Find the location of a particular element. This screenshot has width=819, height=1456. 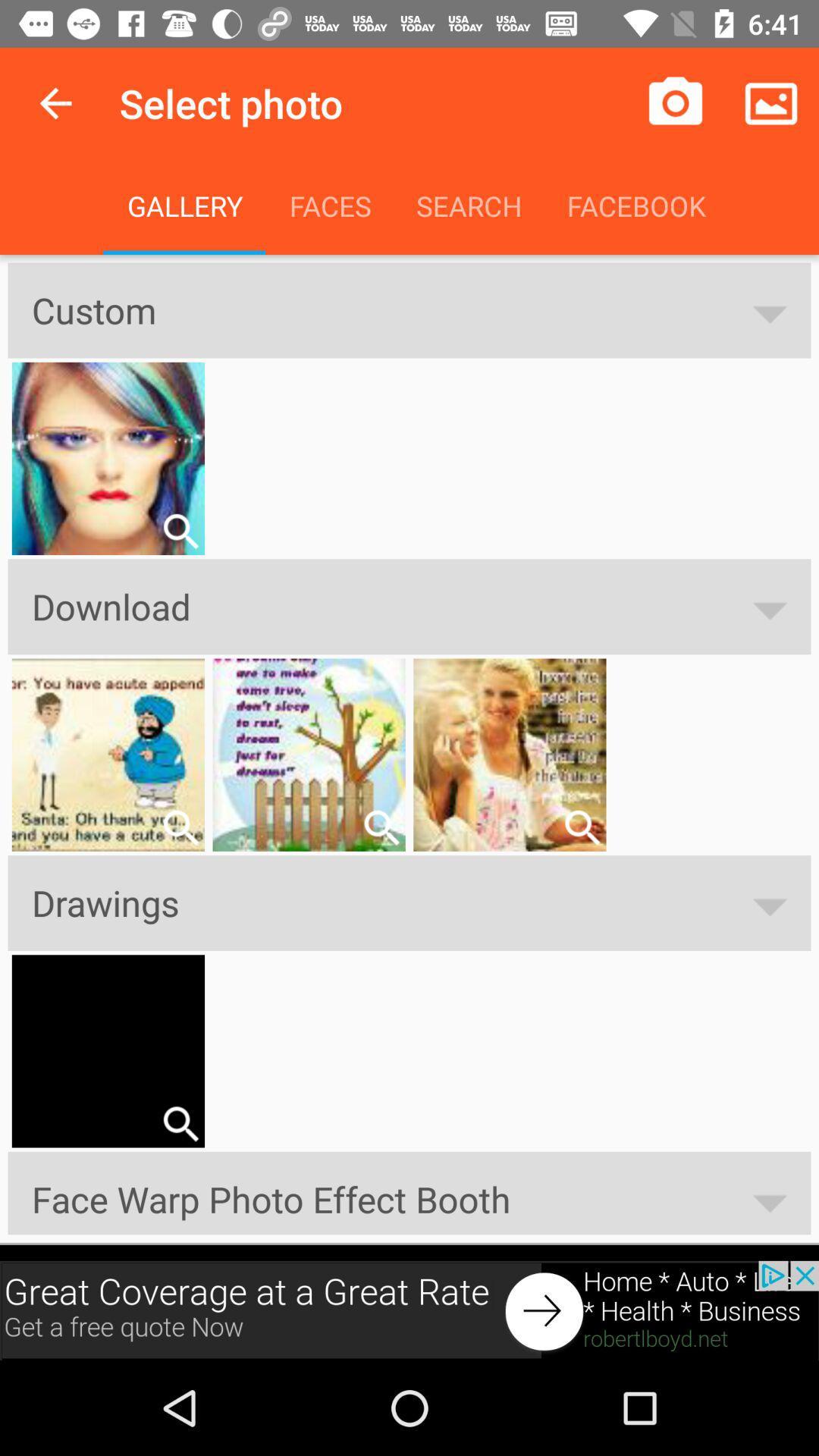

expand the image is located at coordinates (180, 1124).